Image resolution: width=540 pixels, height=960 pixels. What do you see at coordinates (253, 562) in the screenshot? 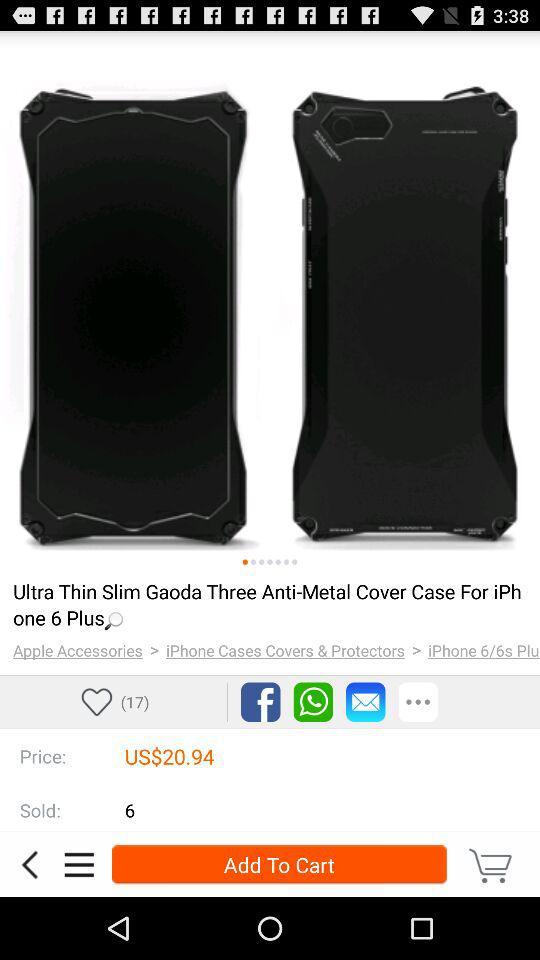
I see `displays second image in a series` at bounding box center [253, 562].